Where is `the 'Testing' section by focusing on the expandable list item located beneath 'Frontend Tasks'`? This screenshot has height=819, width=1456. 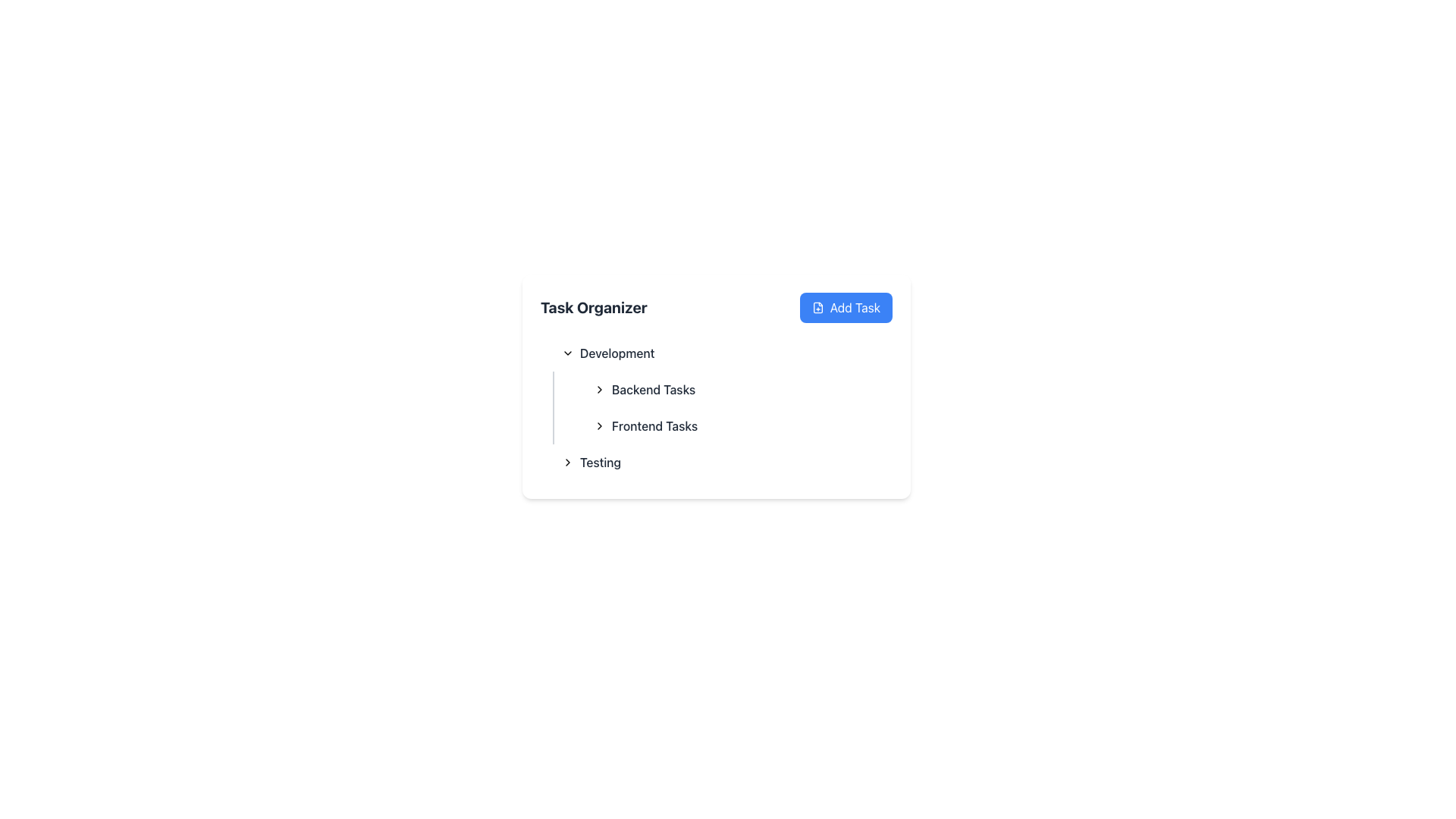
the 'Testing' section by focusing on the expandable list item located beneath 'Frontend Tasks' is located at coordinates (591, 461).